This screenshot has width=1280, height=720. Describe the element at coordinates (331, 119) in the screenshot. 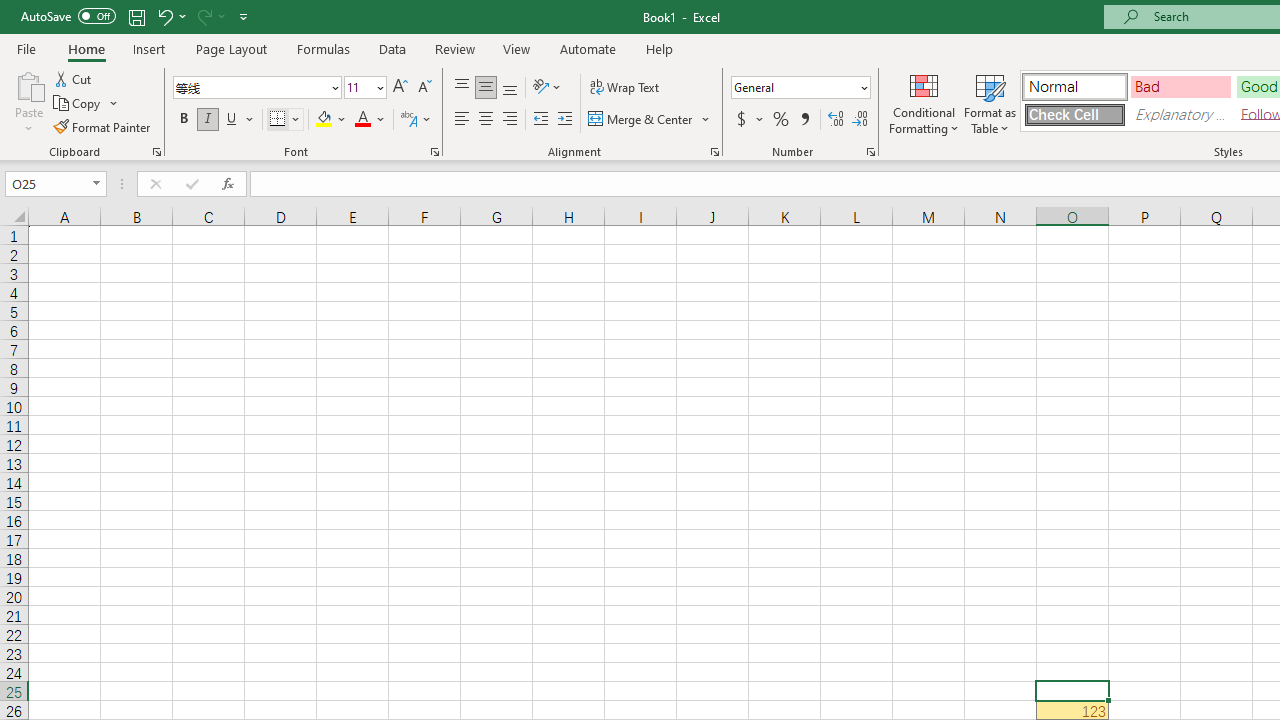

I see `'Fill Color'` at that location.